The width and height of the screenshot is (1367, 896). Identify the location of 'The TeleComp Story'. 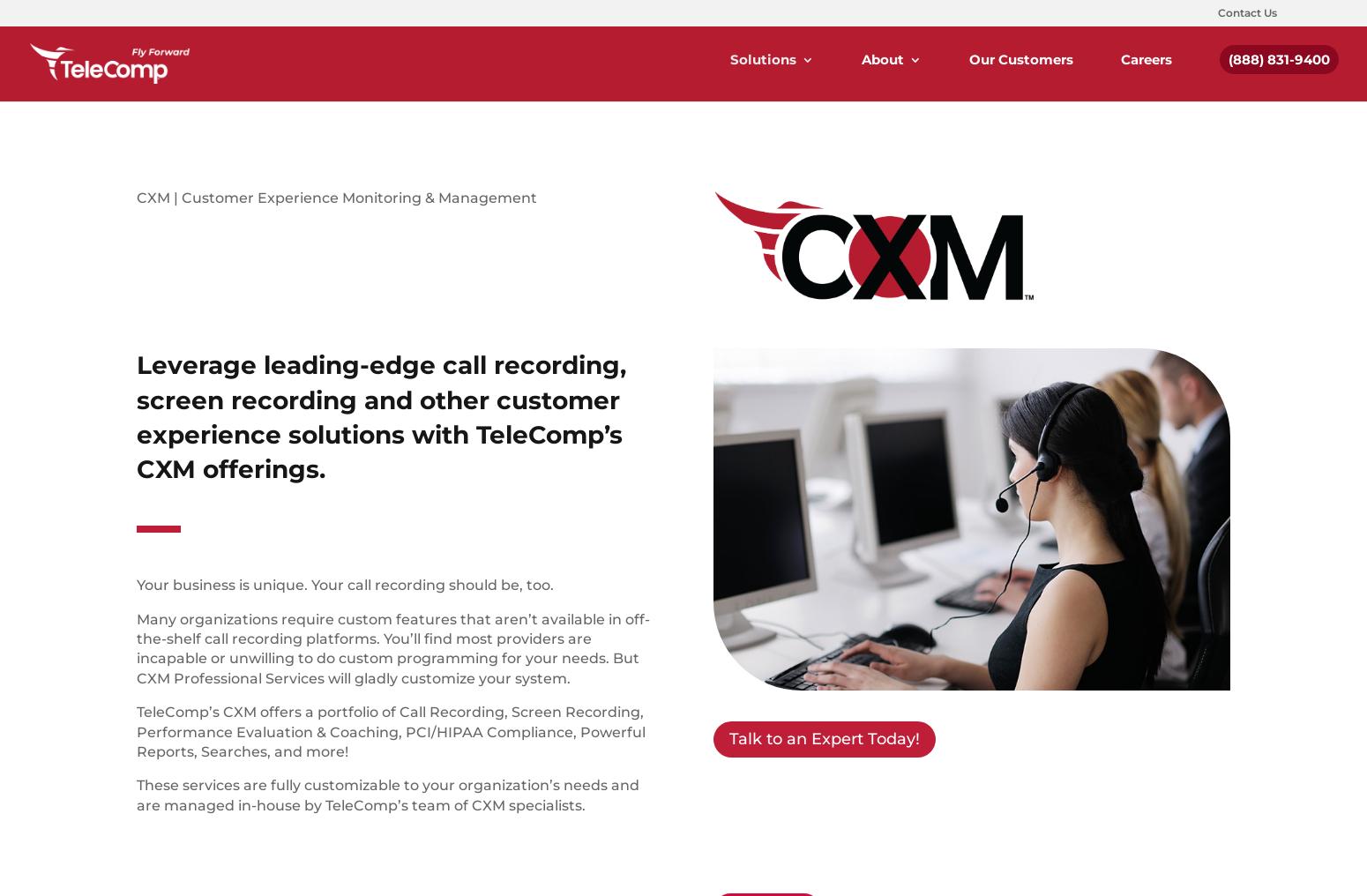
(958, 153).